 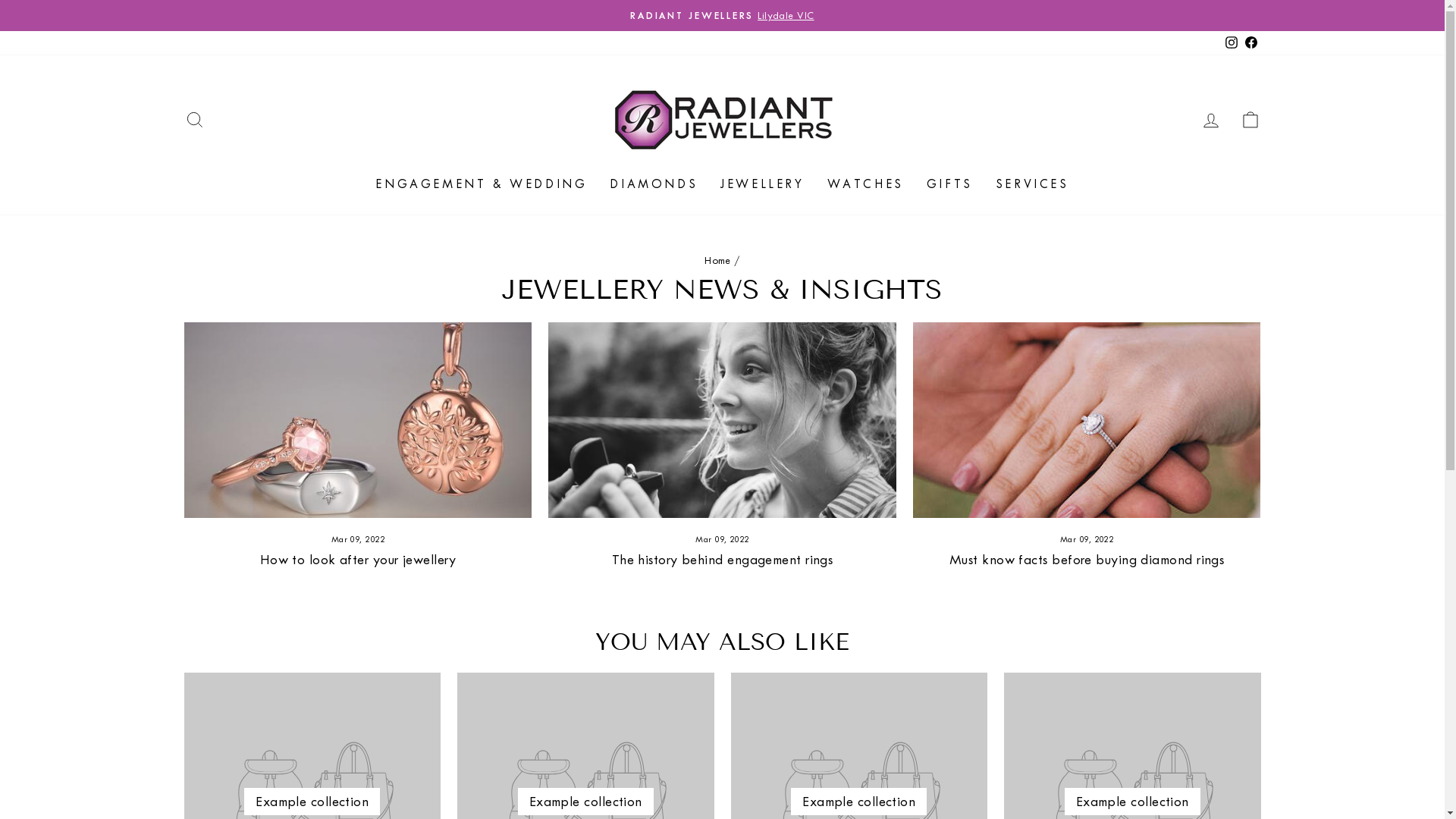 I want to click on 'JEWELLERY', so click(x=761, y=183).